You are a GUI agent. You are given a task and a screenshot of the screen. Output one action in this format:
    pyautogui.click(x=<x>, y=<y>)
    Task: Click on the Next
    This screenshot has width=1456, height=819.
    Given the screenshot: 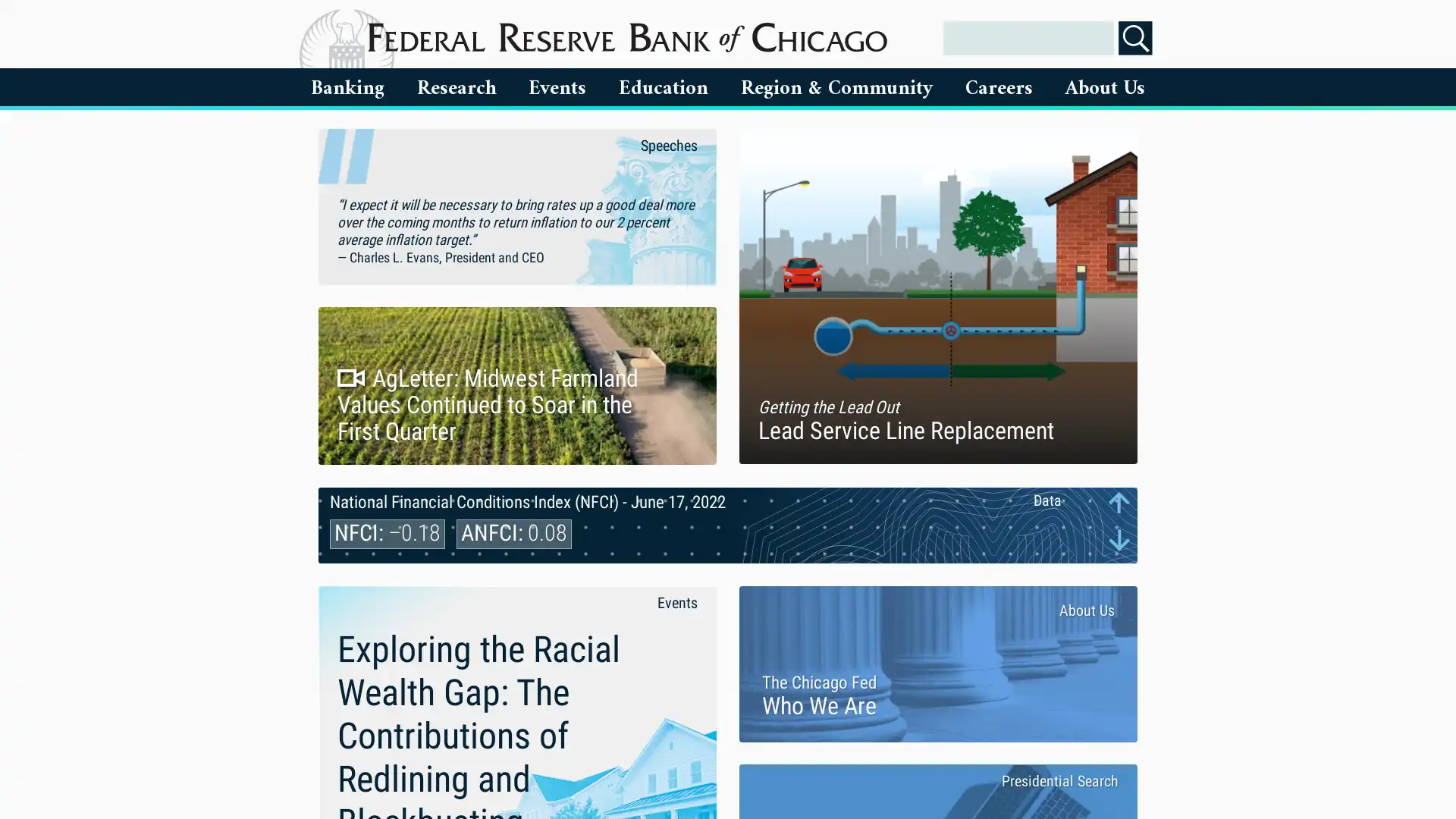 What is the action you would take?
    pyautogui.click(x=1119, y=538)
    